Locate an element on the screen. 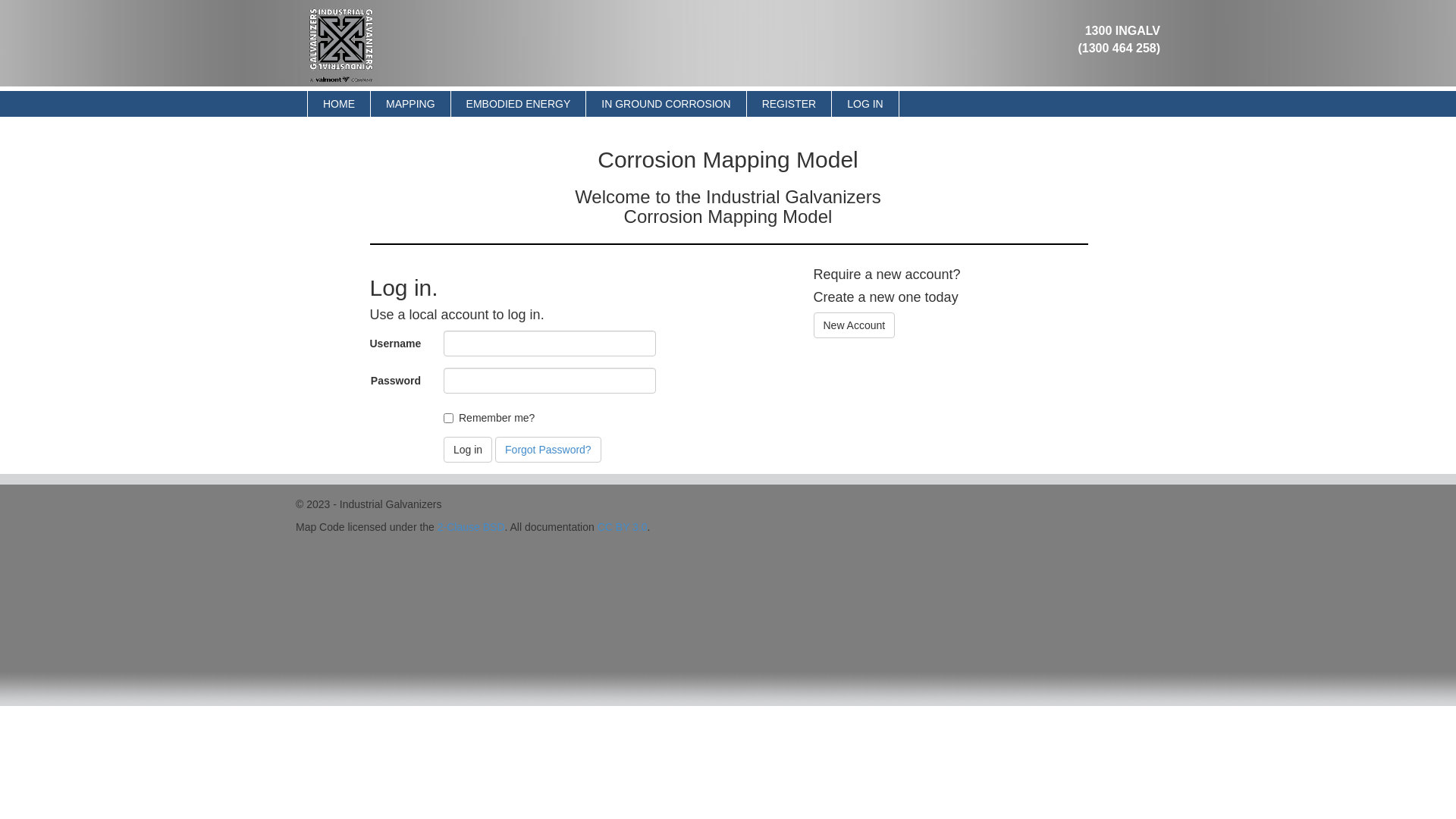 This screenshot has height=819, width=1456. 'MAPPING' is located at coordinates (410, 103).